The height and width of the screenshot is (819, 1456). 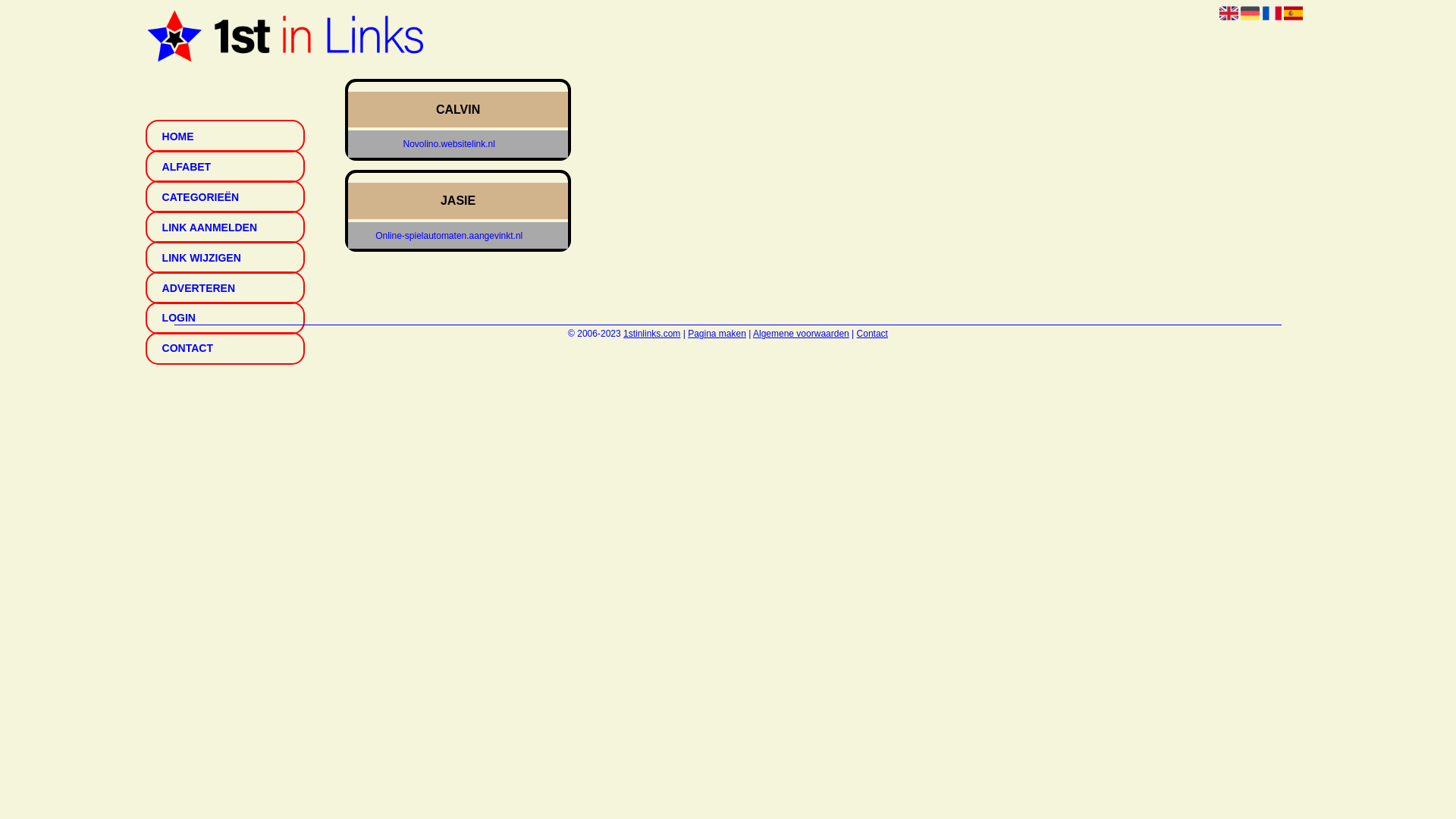 What do you see at coordinates (224, 135) in the screenshot?
I see `'HOME'` at bounding box center [224, 135].